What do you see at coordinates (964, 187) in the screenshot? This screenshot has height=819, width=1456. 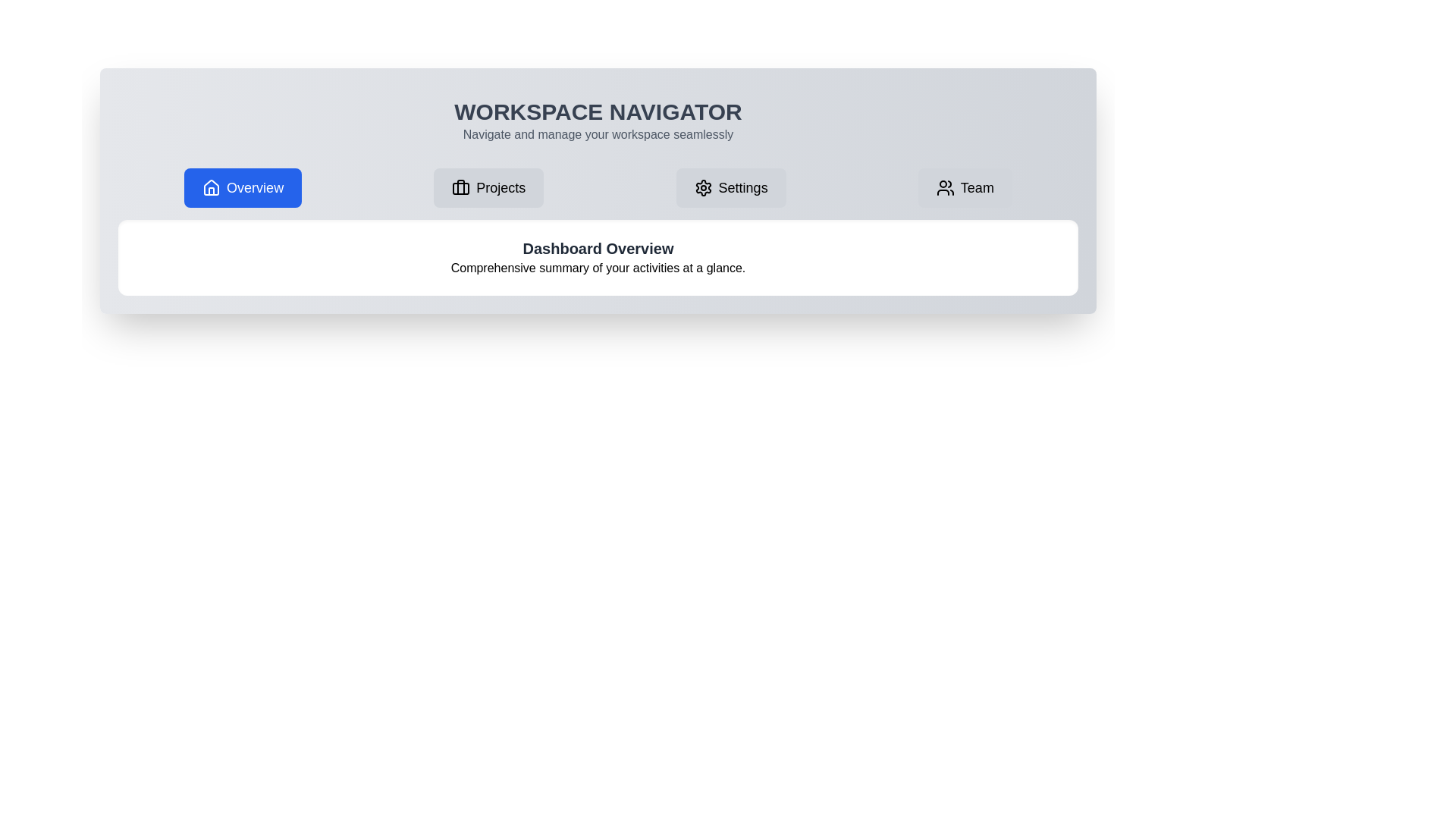 I see `the 'Team' button` at bounding box center [964, 187].